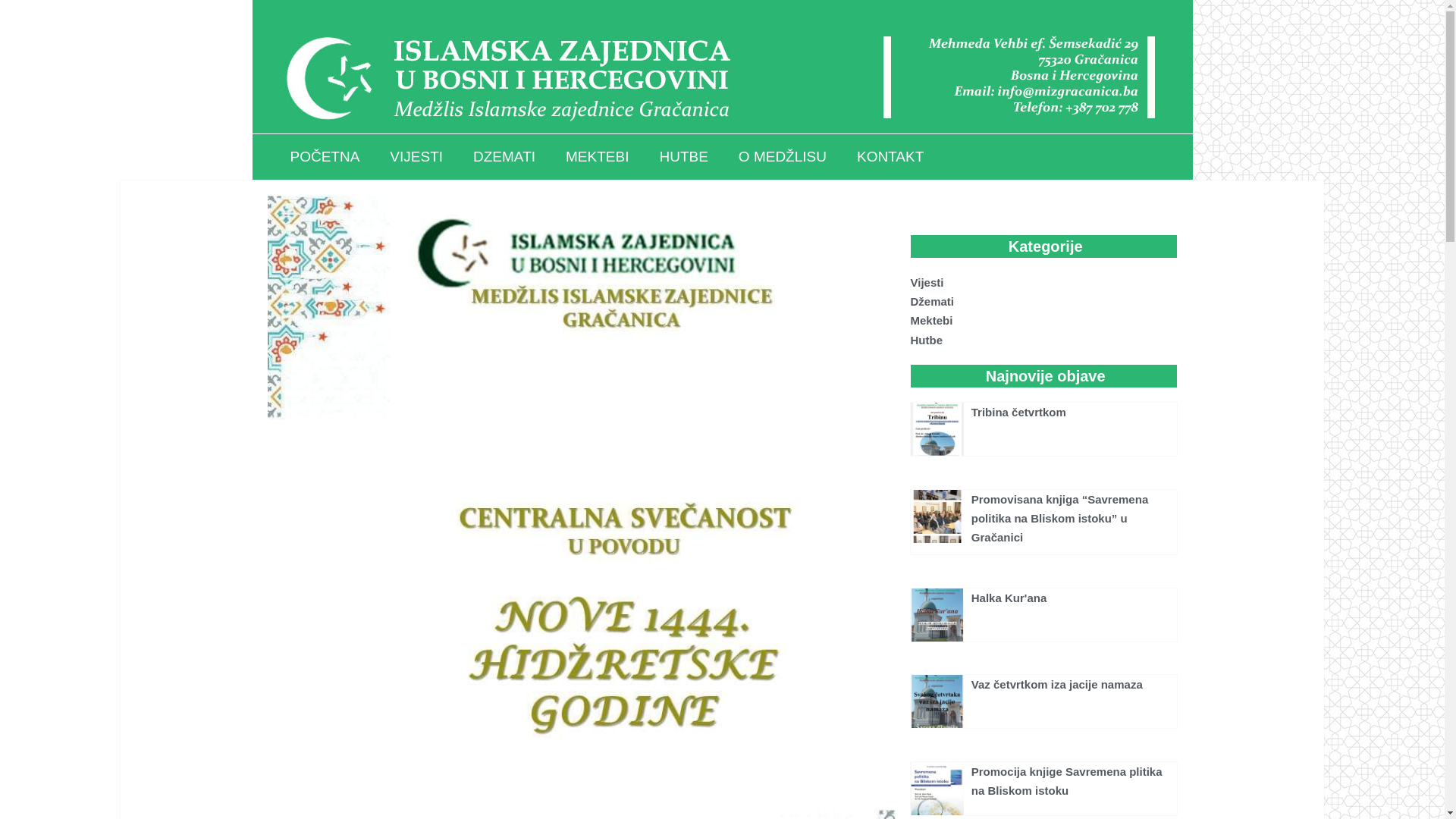 Image resolution: width=1456 pixels, height=819 pixels. Describe the element at coordinates (416, 157) in the screenshot. I see `'VIJESTI'` at that location.